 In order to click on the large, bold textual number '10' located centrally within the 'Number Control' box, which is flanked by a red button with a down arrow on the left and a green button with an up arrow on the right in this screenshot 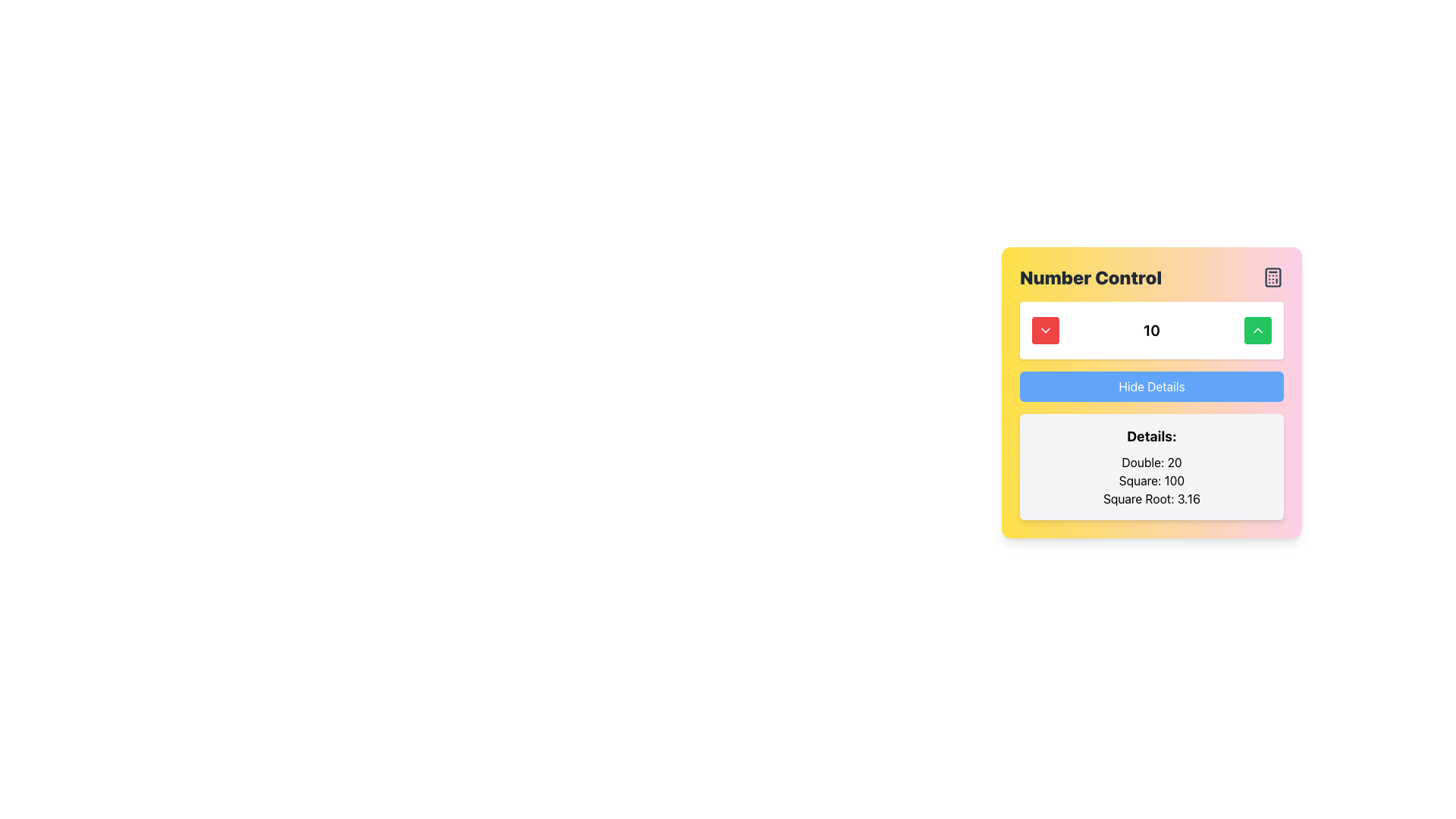, I will do `click(1151, 329)`.